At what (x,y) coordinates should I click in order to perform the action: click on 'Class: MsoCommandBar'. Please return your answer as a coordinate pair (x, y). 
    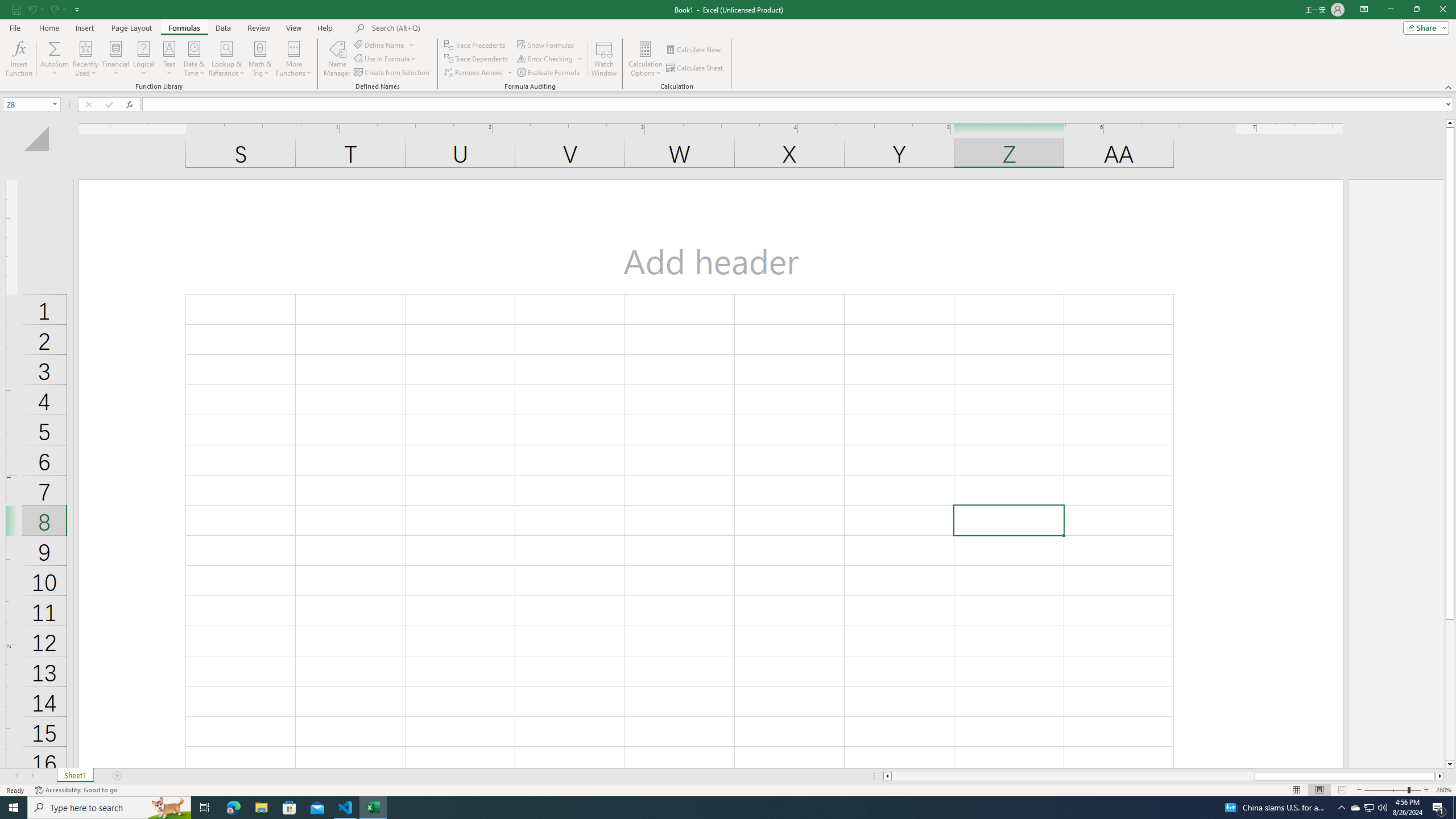
    Looking at the image, I should click on (728, 45).